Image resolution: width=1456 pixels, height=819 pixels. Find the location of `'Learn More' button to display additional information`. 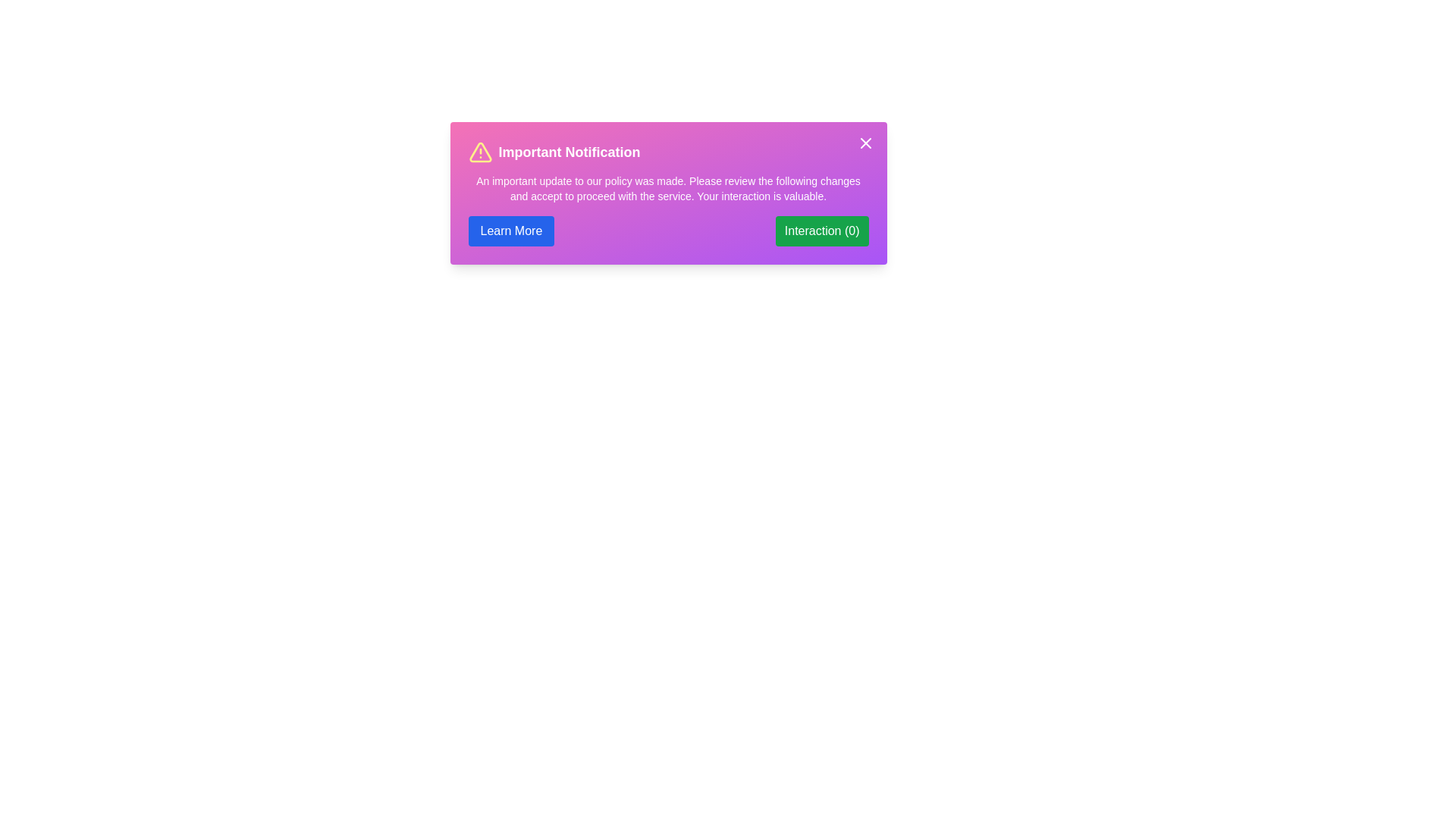

'Learn More' button to display additional information is located at coordinates (510, 231).